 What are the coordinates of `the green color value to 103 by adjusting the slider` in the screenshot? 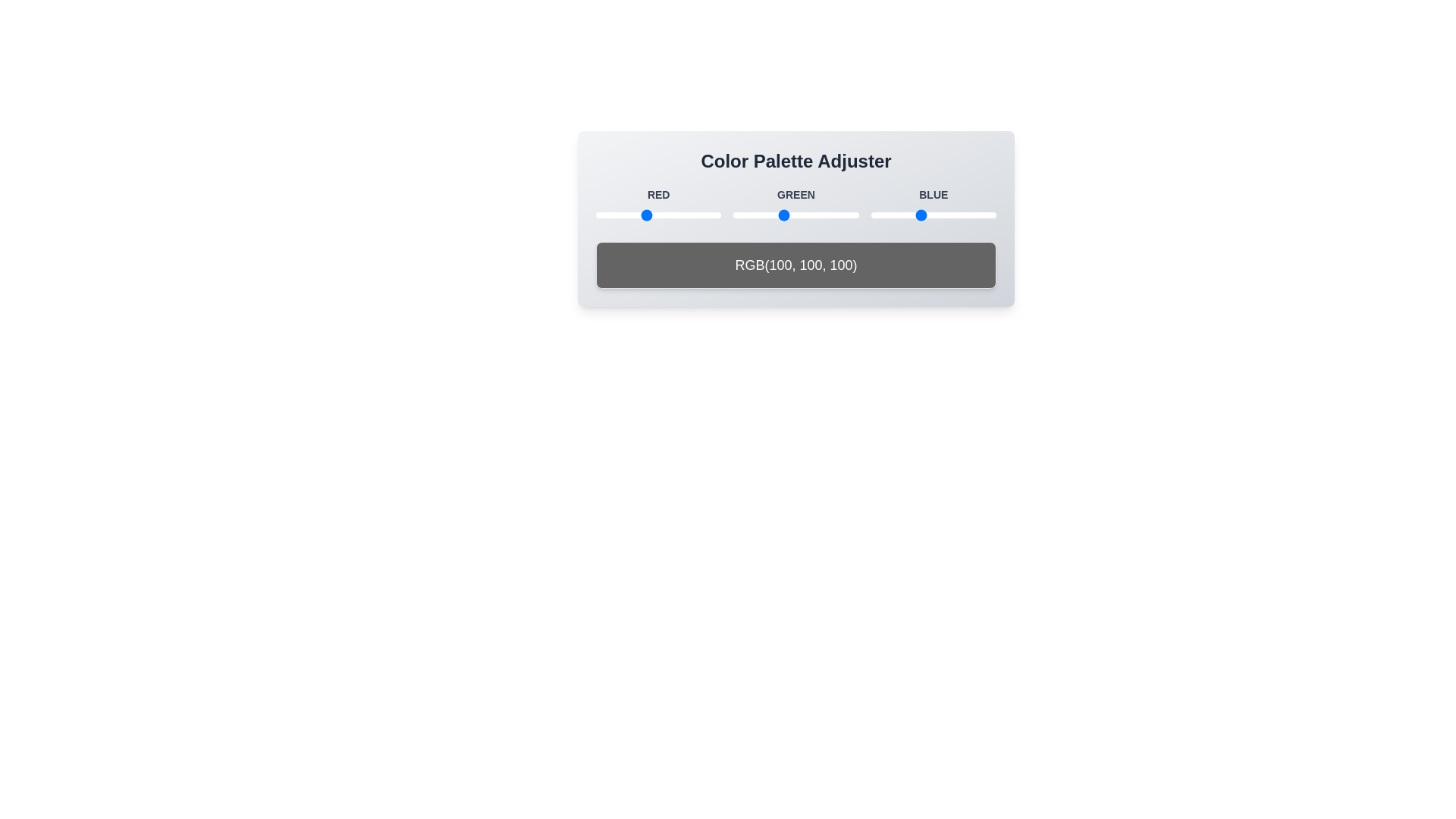 It's located at (784, 215).